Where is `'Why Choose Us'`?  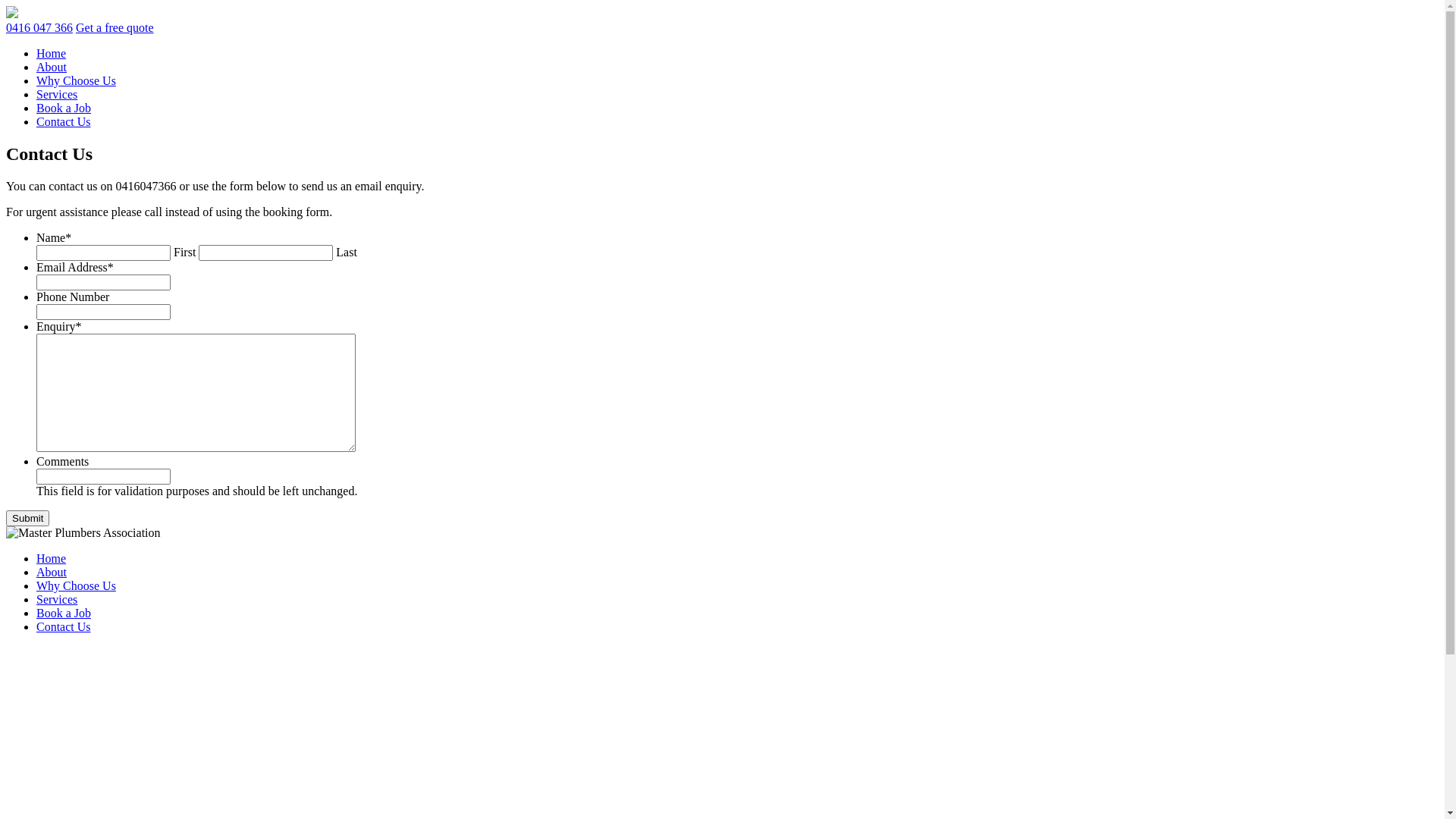 'Why Choose Us' is located at coordinates (75, 585).